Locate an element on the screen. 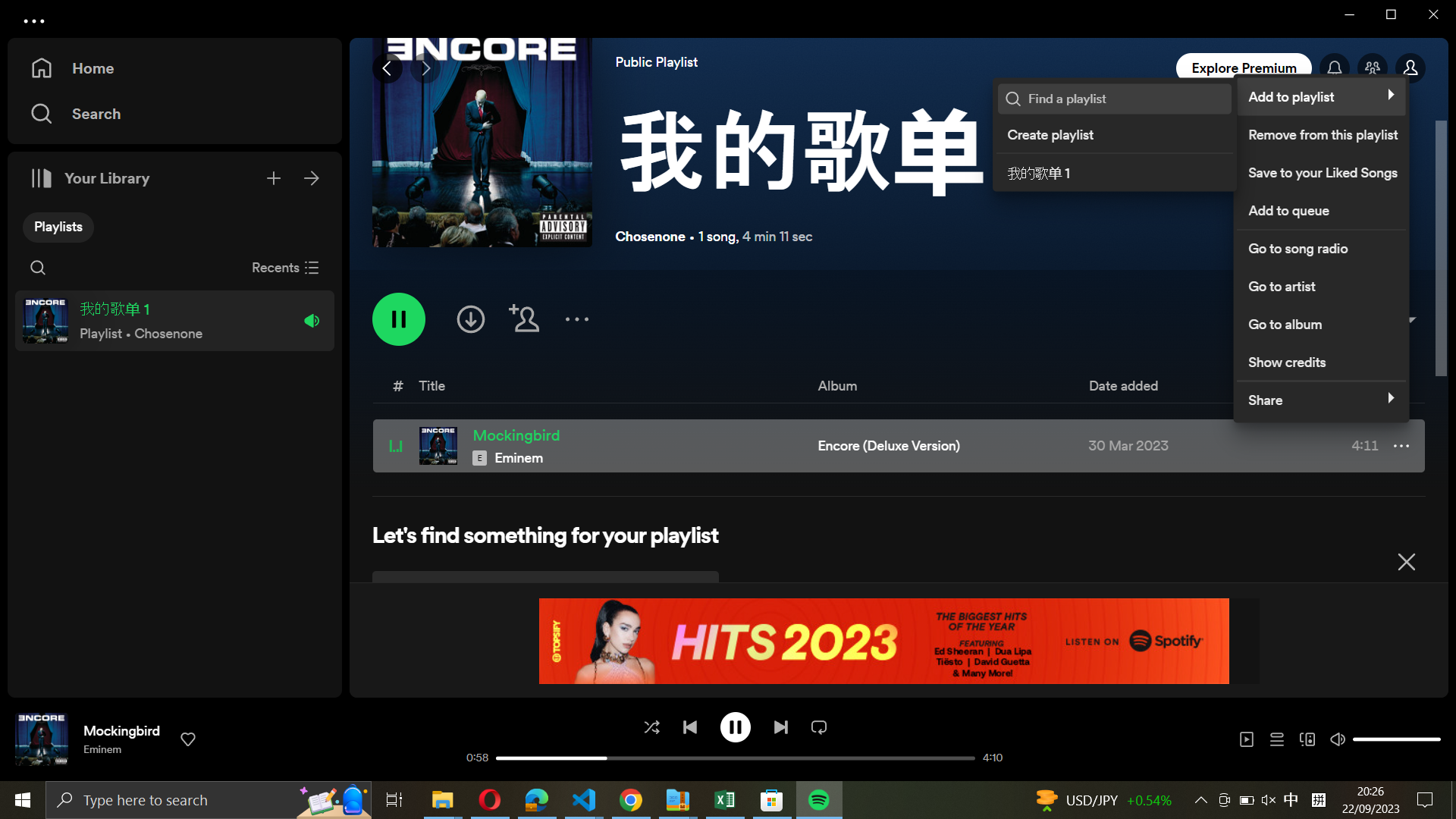 The width and height of the screenshot is (1456, 819). Advance to the next tune is located at coordinates (780, 725).